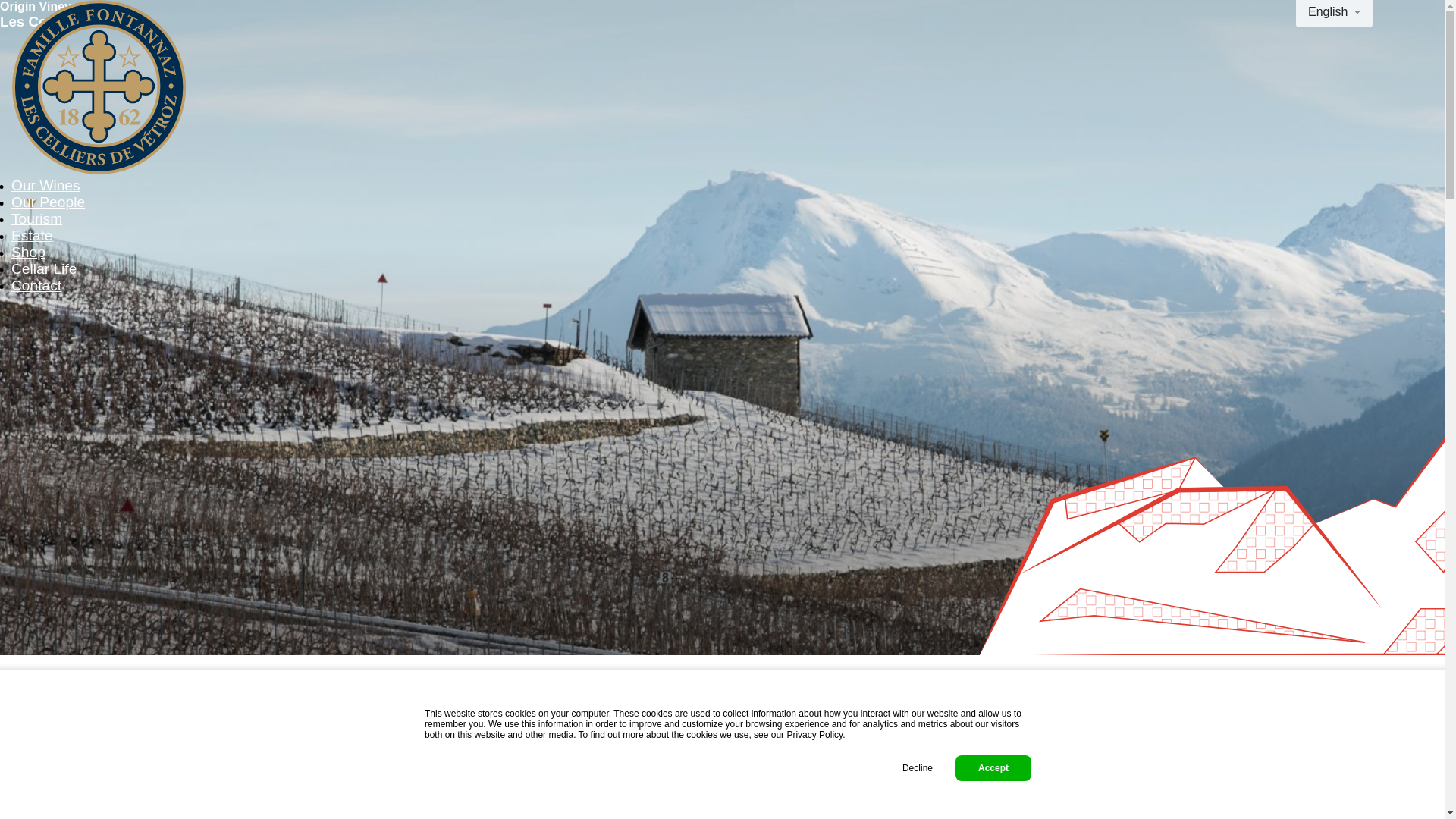  What do you see at coordinates (43, 268) in the screenshot?
I see `'Cellar Life'` at bounding box center [43, 268].